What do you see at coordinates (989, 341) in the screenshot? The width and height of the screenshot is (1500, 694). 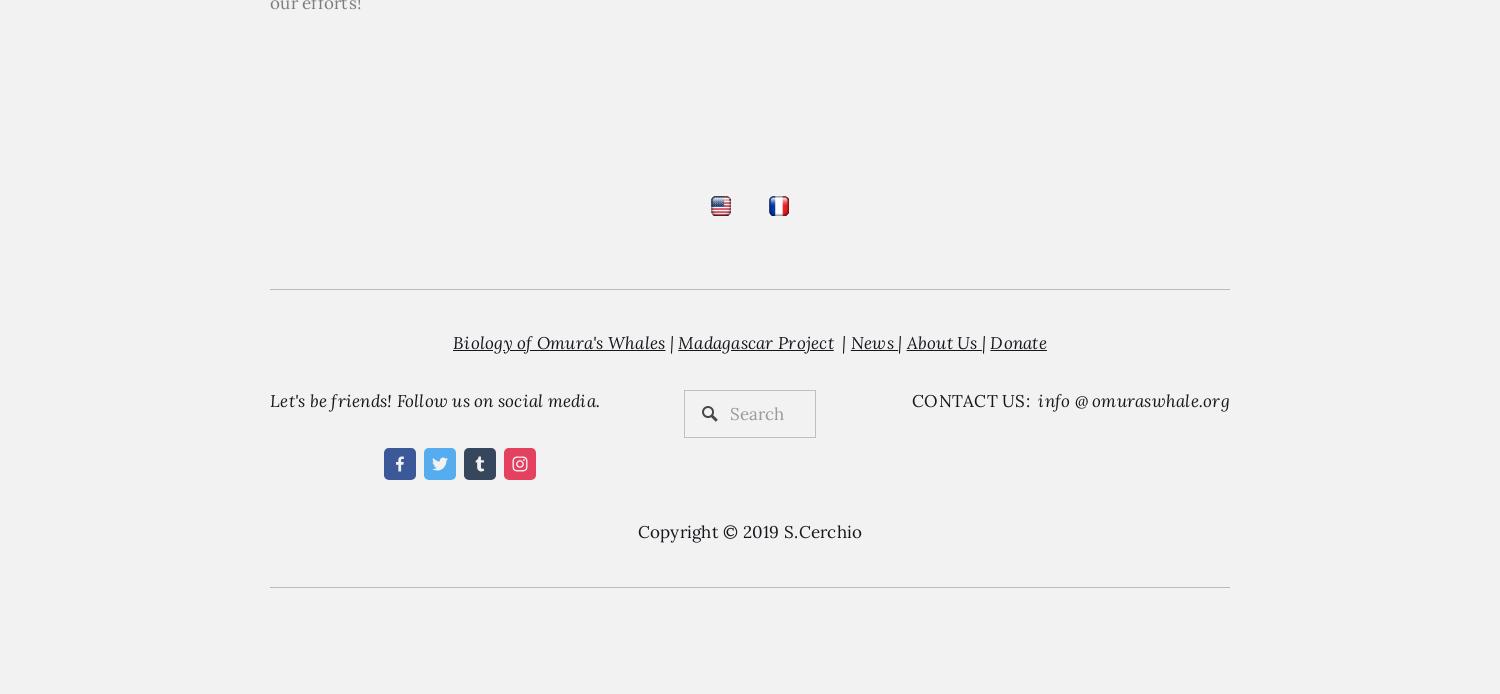 I see `'Donate'` at bounding box center [989, 341].